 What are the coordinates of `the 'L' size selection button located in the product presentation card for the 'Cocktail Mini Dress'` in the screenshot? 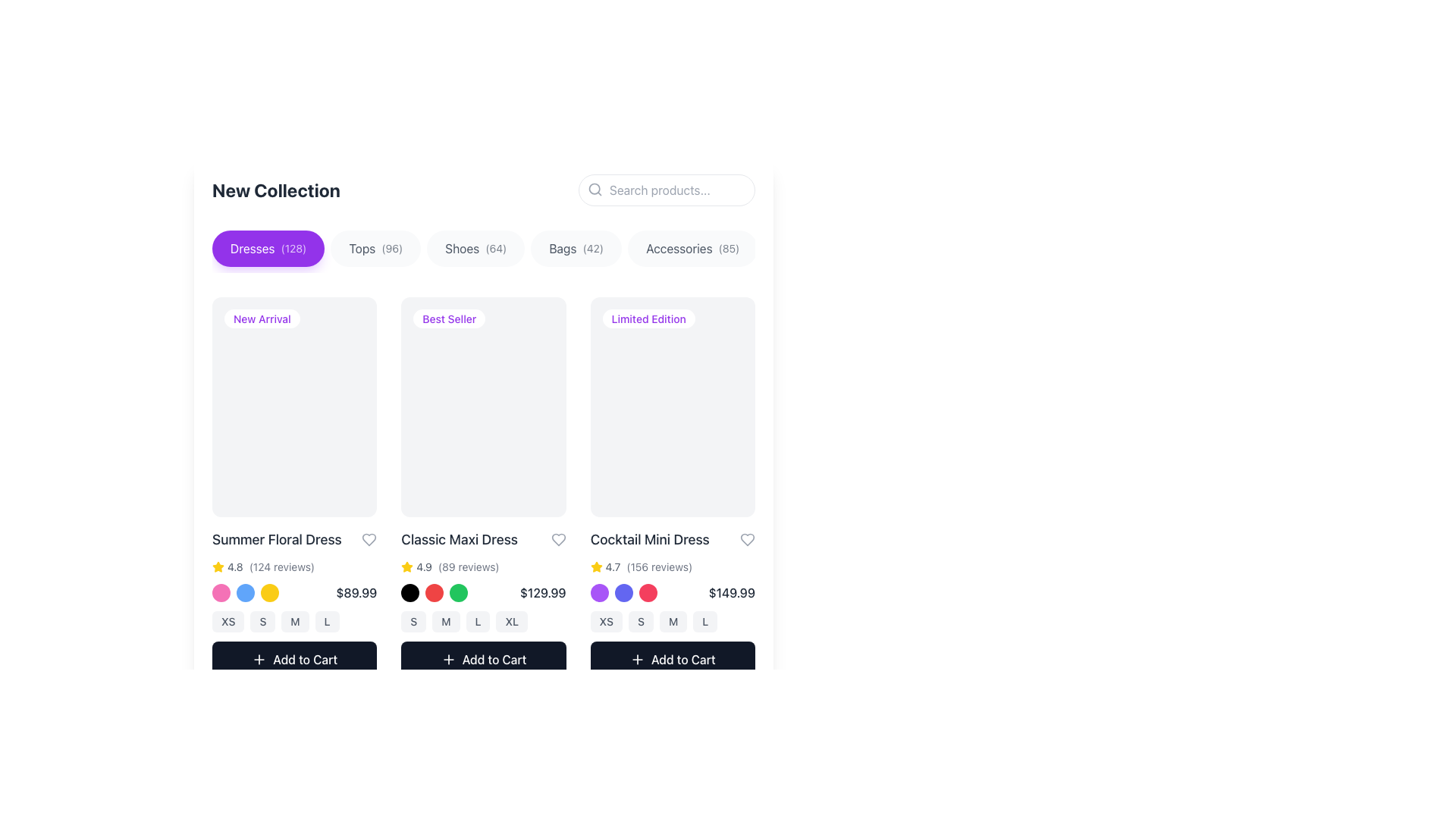 It's located at (704, 621).